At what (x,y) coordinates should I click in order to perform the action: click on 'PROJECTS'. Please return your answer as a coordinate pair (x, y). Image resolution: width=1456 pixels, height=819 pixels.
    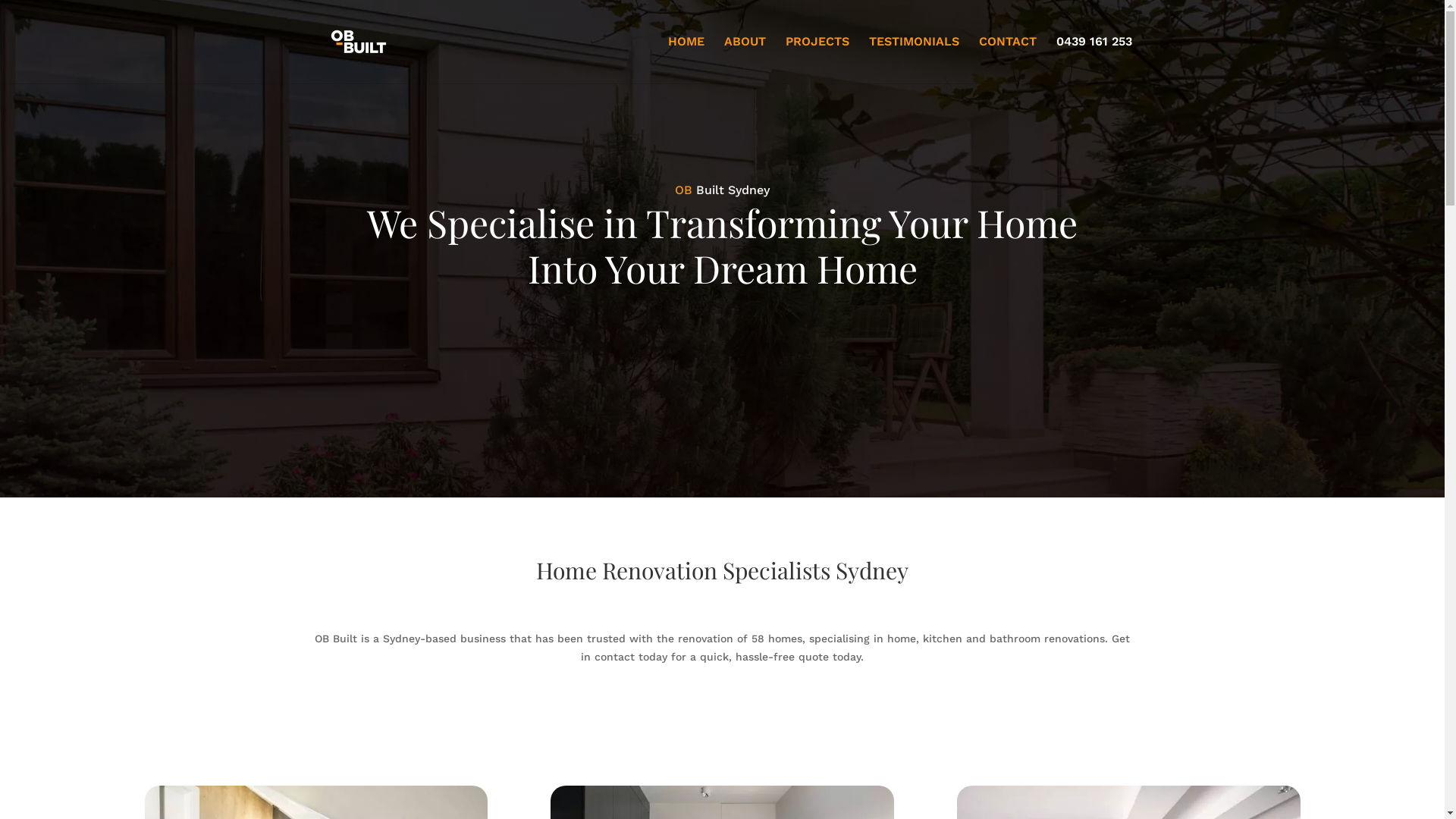
    Looking at the image, I should click on (817, 58).